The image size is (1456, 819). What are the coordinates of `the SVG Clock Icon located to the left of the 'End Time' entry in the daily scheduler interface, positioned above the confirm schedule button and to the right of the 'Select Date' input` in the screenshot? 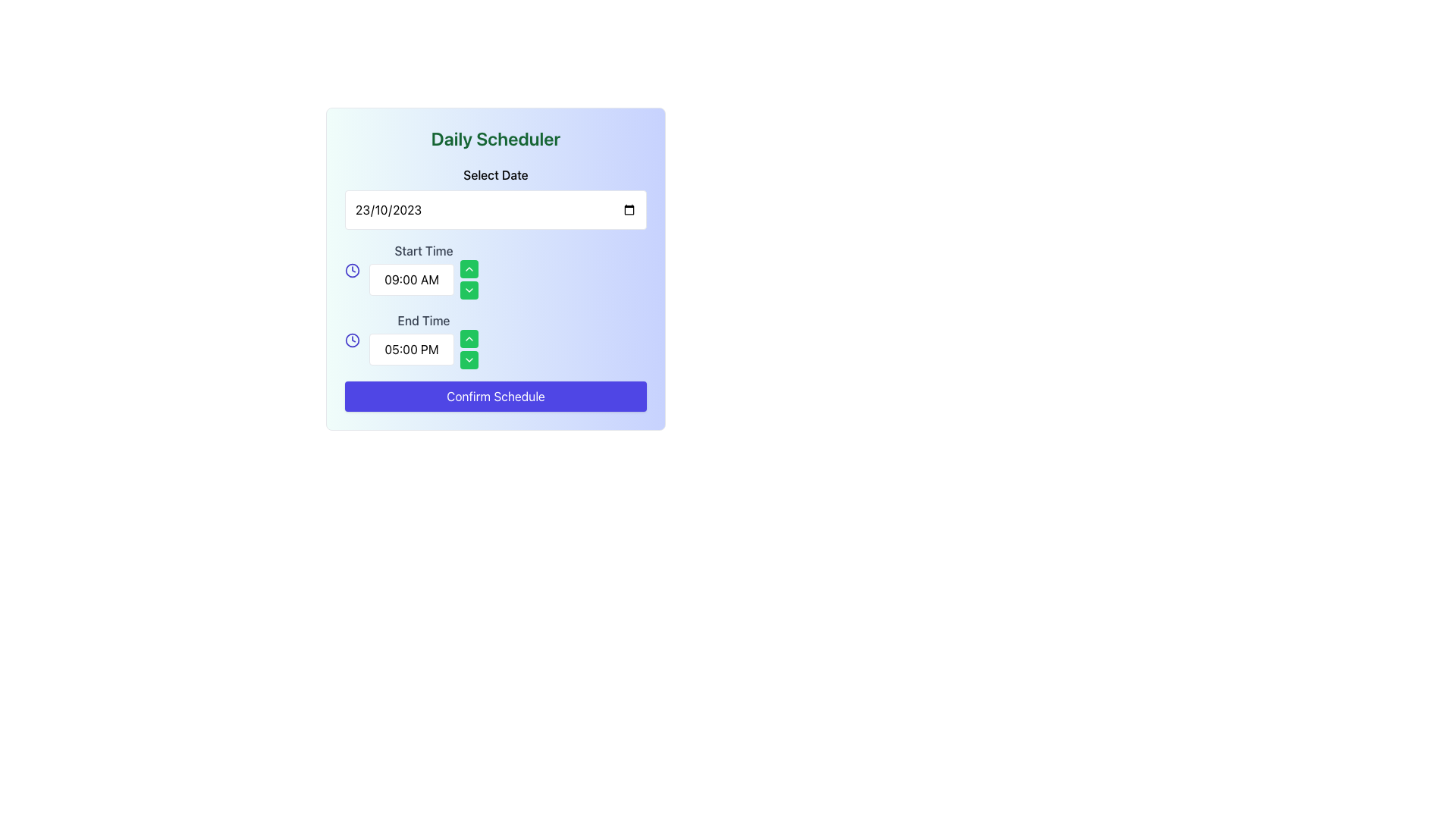 It's located at (352, 270).